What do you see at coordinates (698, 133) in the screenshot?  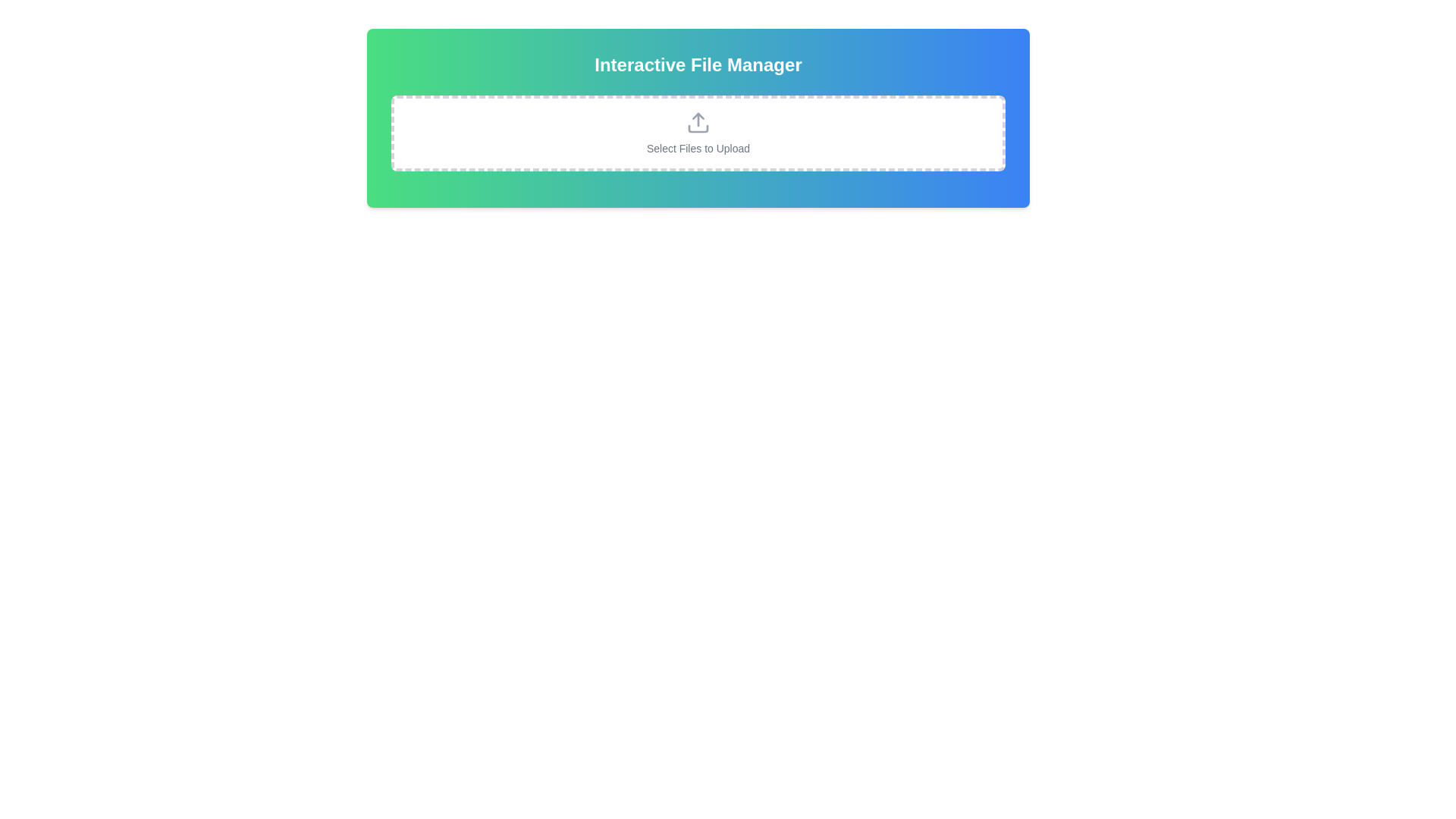 I see `the rectangular button with a dashed border and the text 'Select Files to Upload'` at bounding box center [698, 133].